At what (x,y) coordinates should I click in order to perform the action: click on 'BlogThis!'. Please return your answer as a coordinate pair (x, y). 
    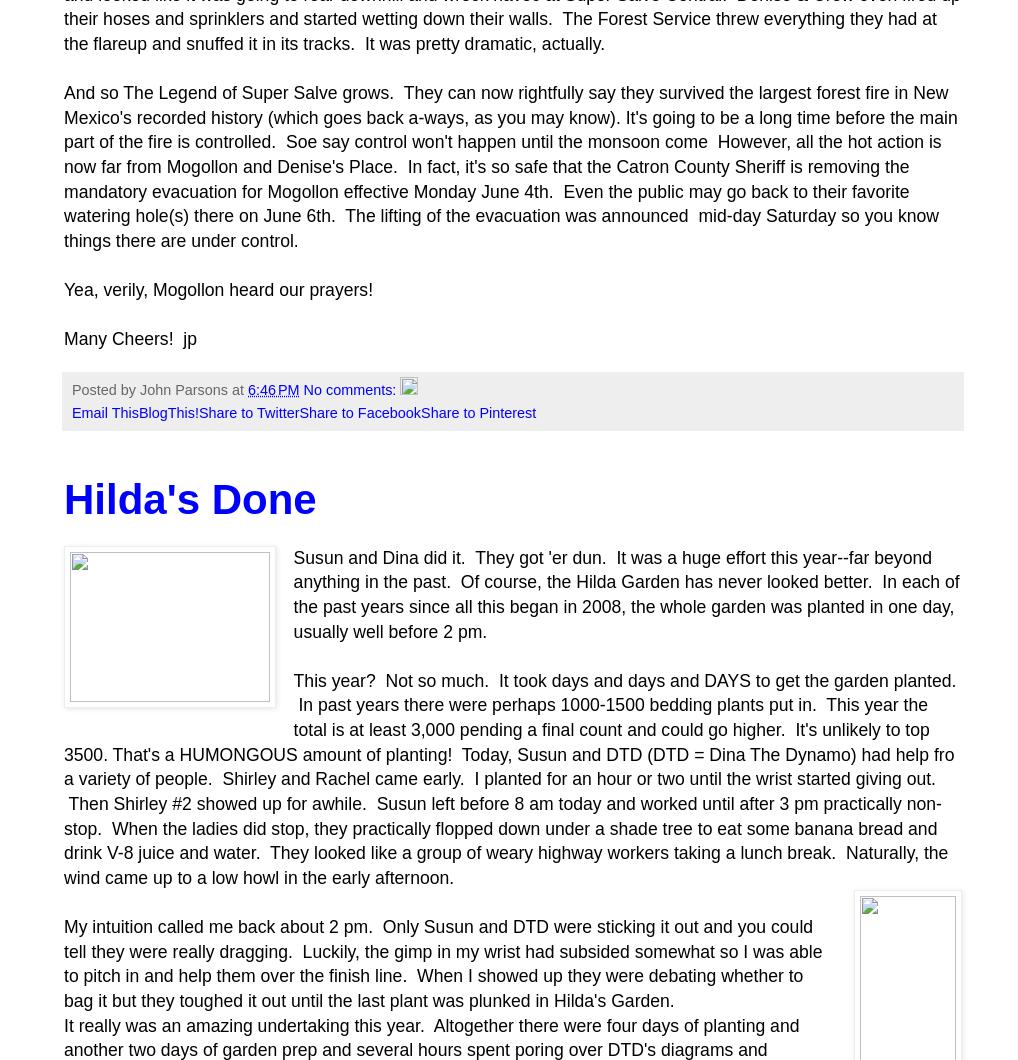
    Looking at the image, I should click on (137, 411).